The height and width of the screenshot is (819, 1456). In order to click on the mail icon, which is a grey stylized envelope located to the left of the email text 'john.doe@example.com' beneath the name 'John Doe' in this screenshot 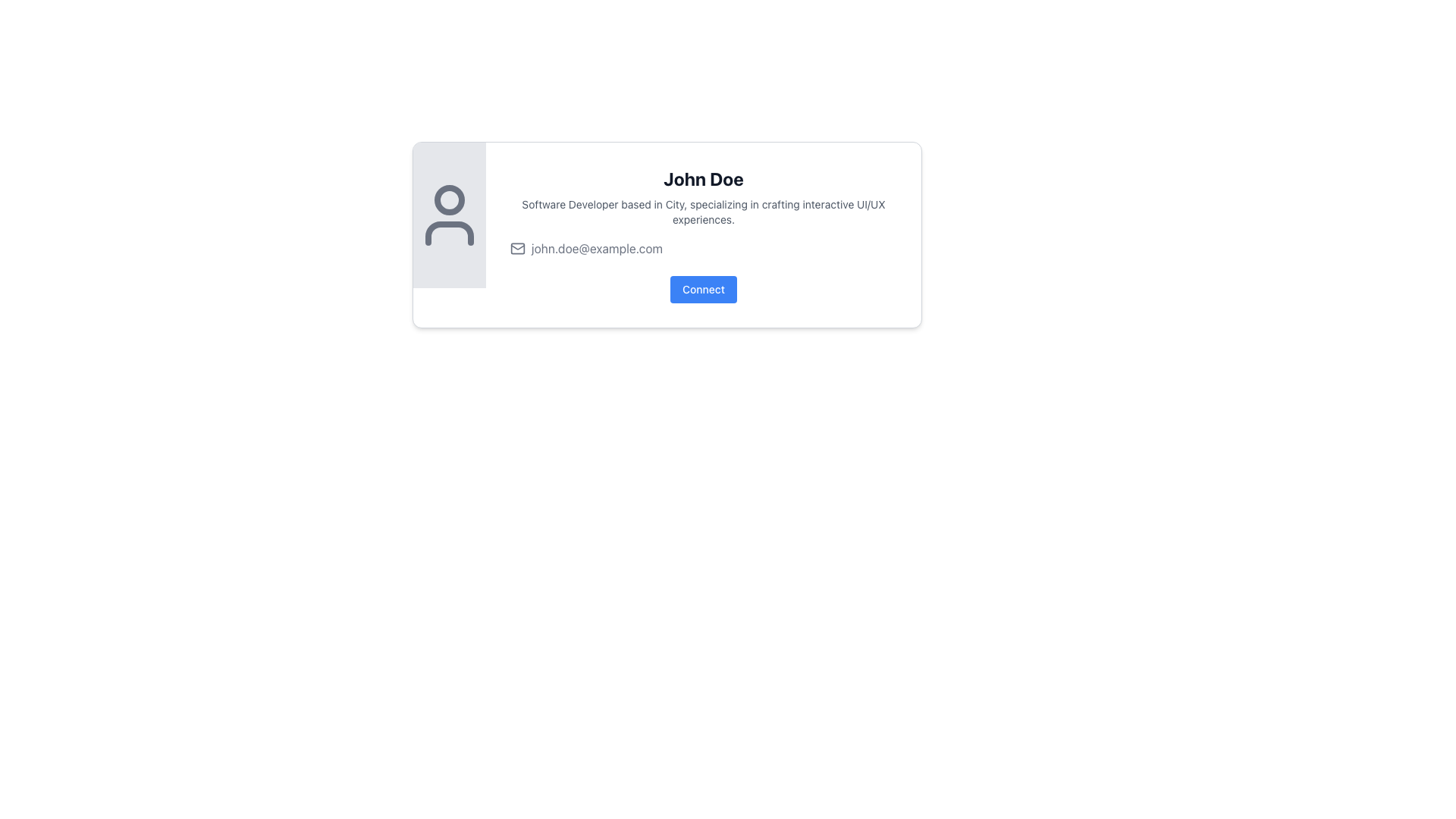, I will do `click(517, 247)`.